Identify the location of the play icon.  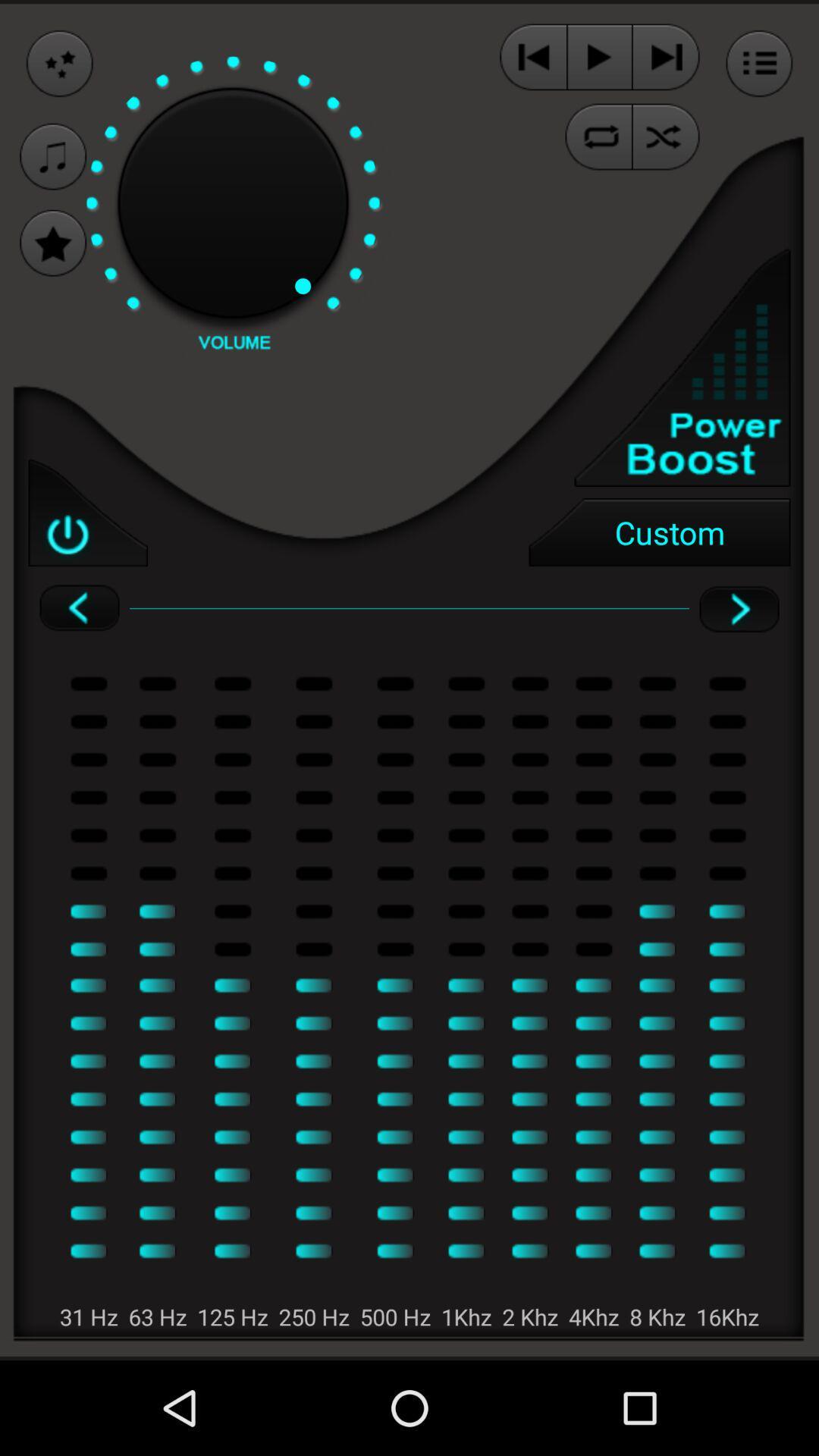
(598, 61).